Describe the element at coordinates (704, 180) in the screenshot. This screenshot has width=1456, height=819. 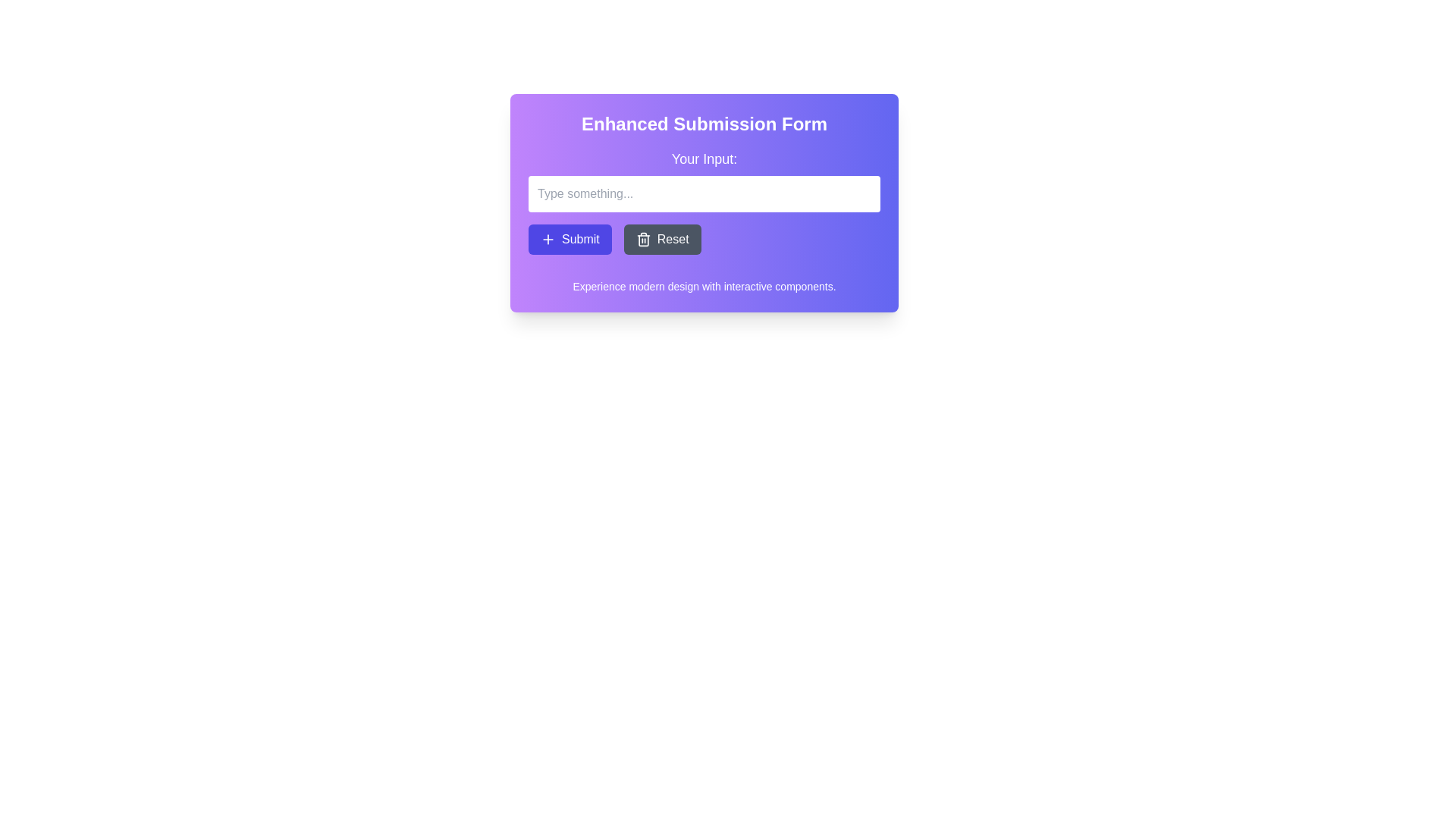
I see `the text input field labeled 'Your Input:' to focus on it` at that location.